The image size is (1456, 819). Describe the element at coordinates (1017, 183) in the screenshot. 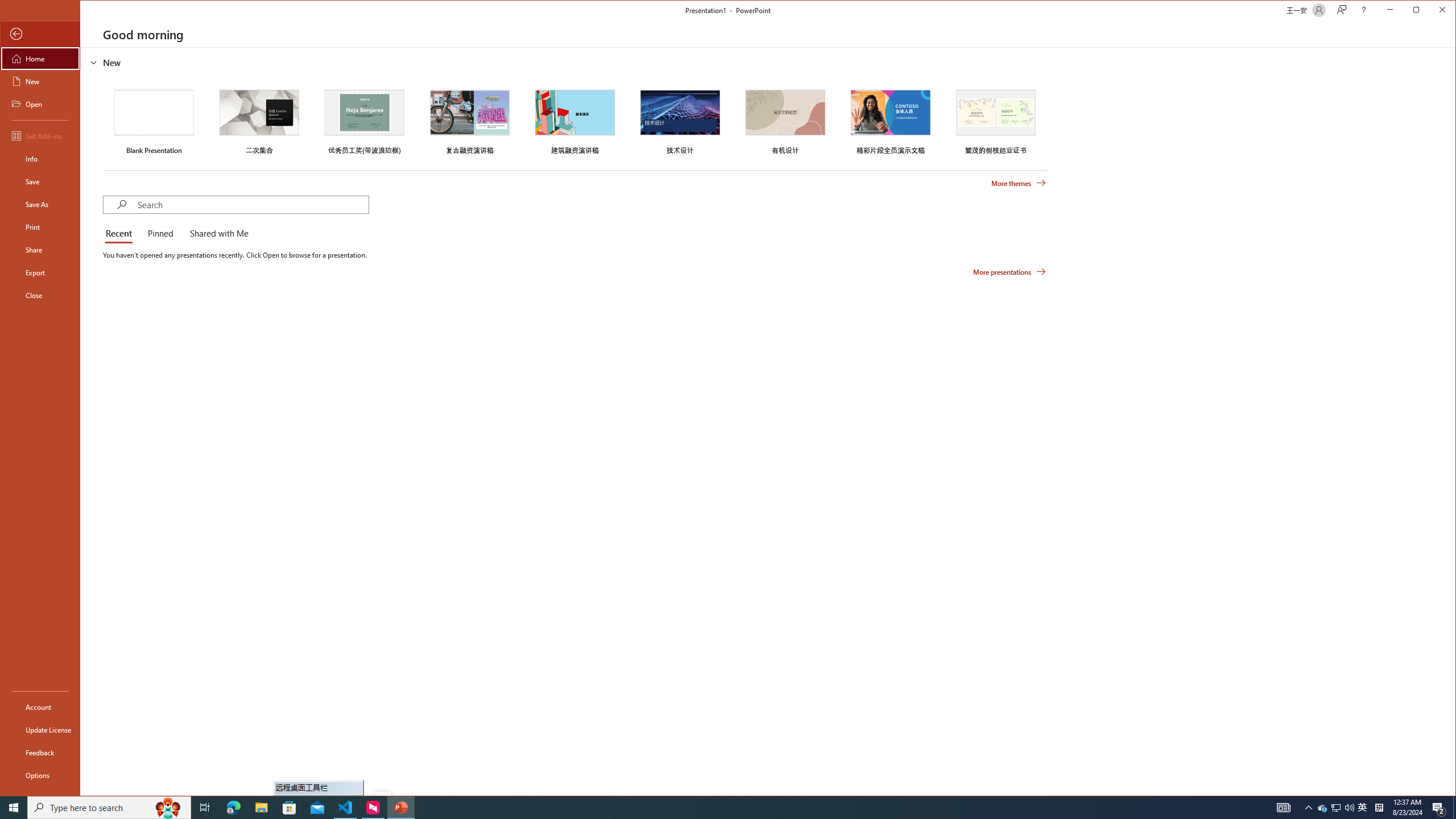

I see `'More themes'` at that location.